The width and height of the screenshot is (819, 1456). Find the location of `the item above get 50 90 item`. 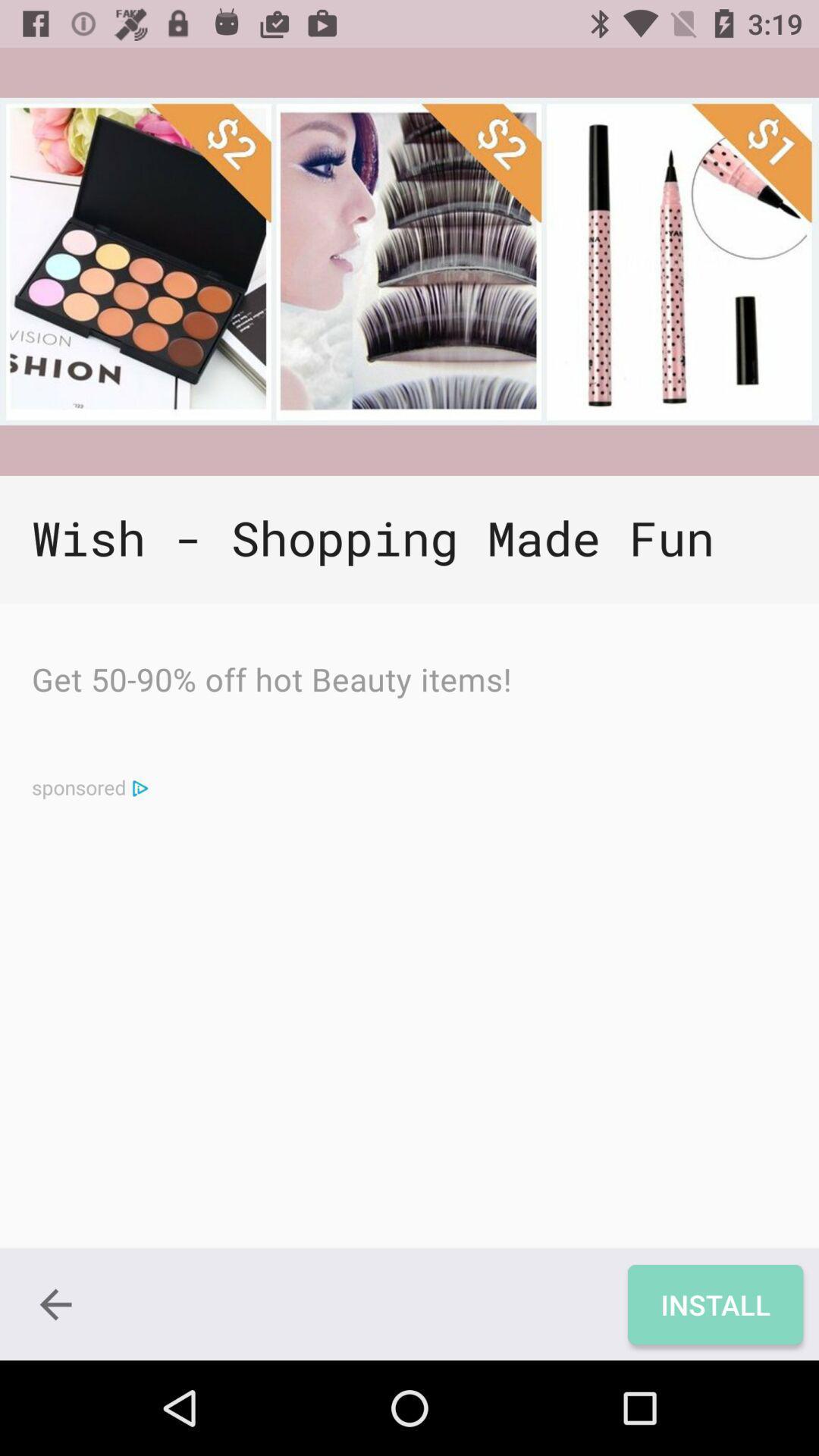

the item above get 50 90 item is located at coordinates (409, 540).